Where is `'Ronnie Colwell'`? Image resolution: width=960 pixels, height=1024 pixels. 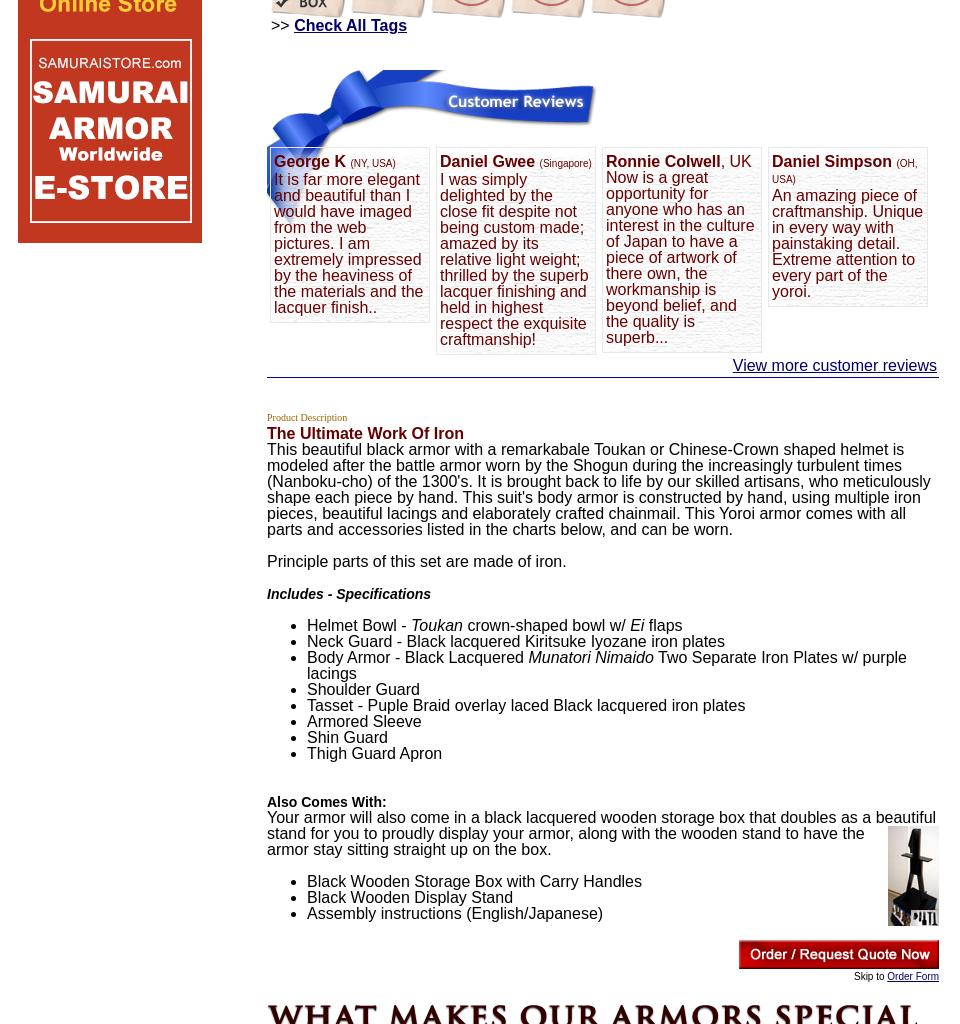 'Ronnie Colwell' is located at coordinates (662, 160).